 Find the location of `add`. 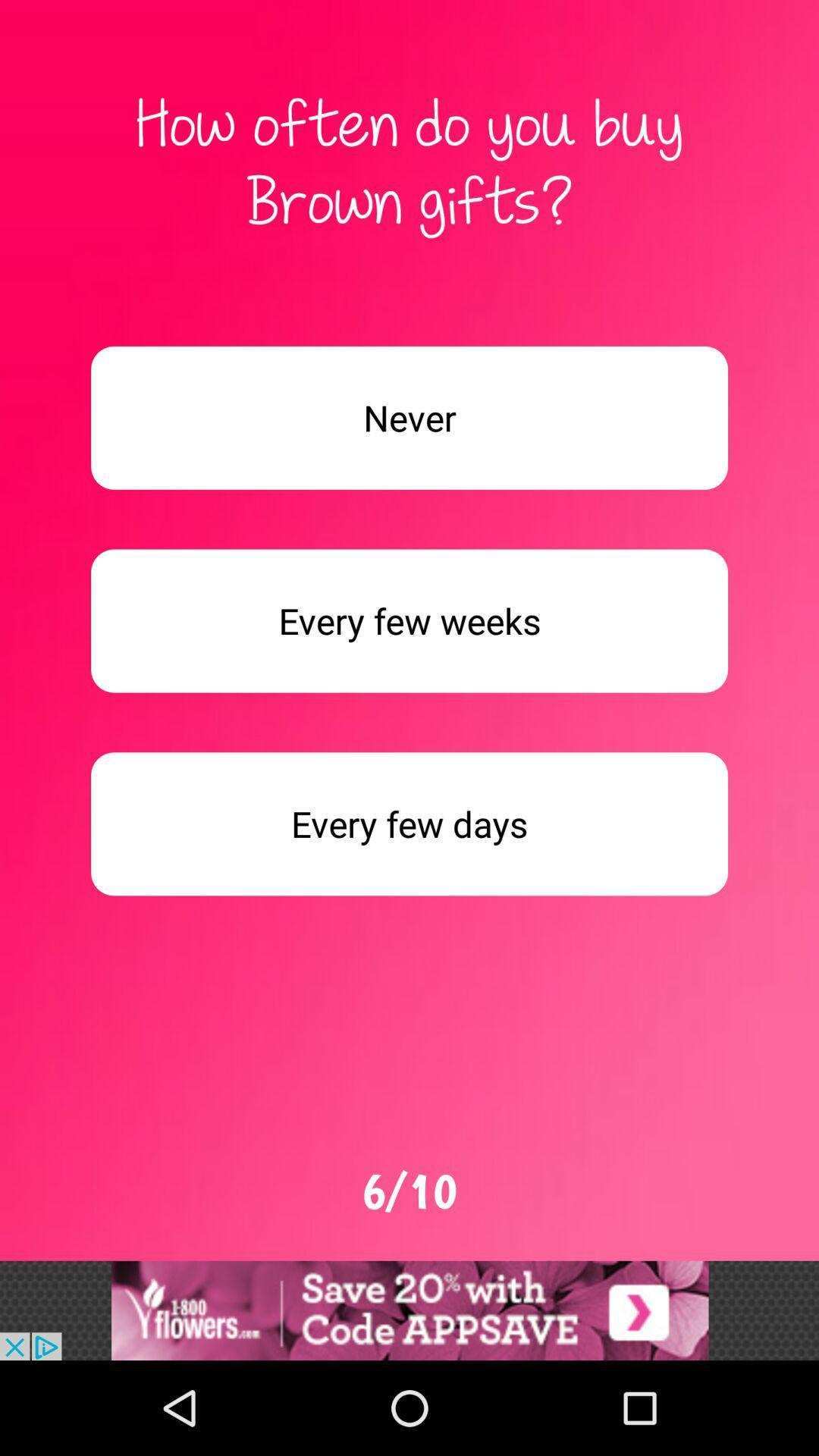

add is located at coordinates (409, 1310).